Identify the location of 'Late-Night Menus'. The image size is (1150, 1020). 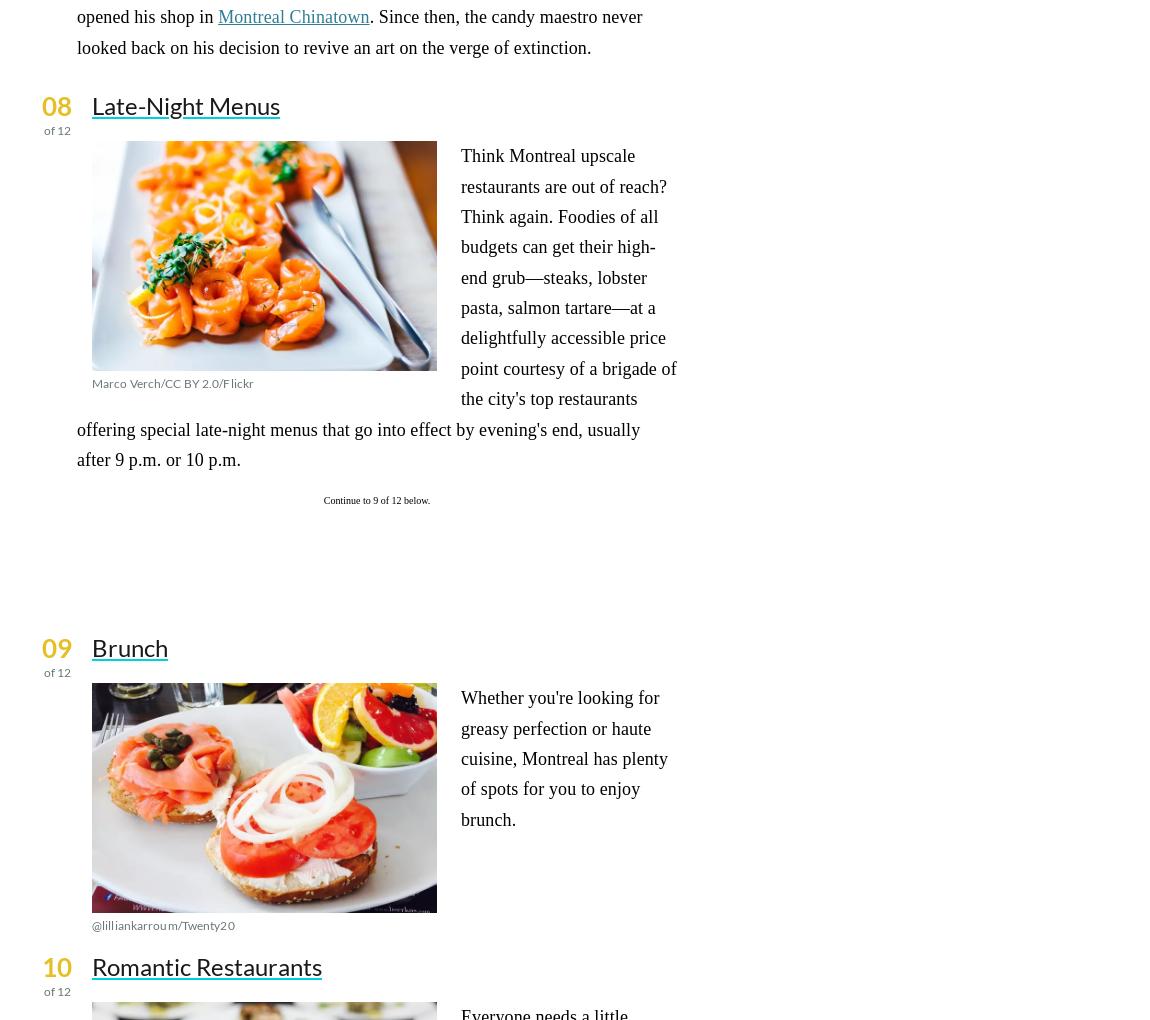
(184, 104).